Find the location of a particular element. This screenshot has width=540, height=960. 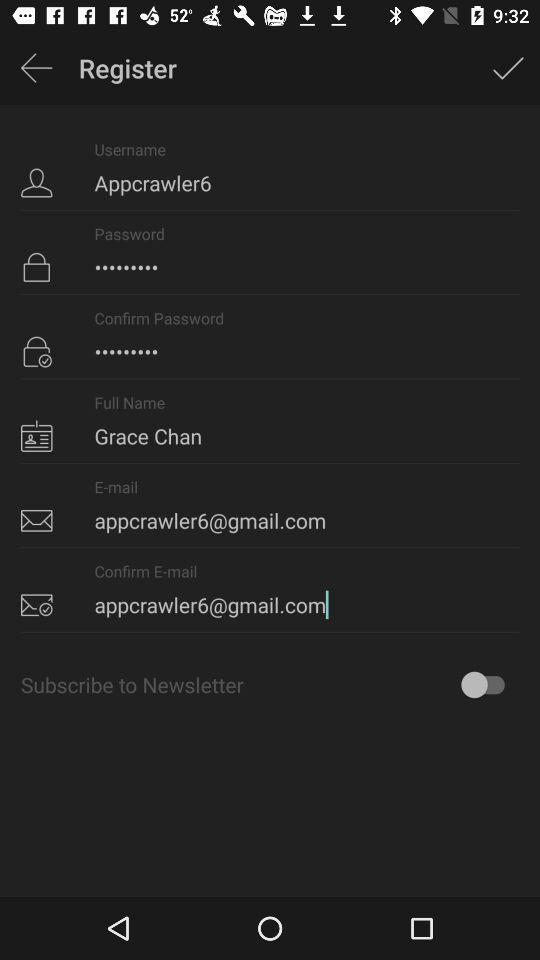

go back is located at coordinates (36, 68).